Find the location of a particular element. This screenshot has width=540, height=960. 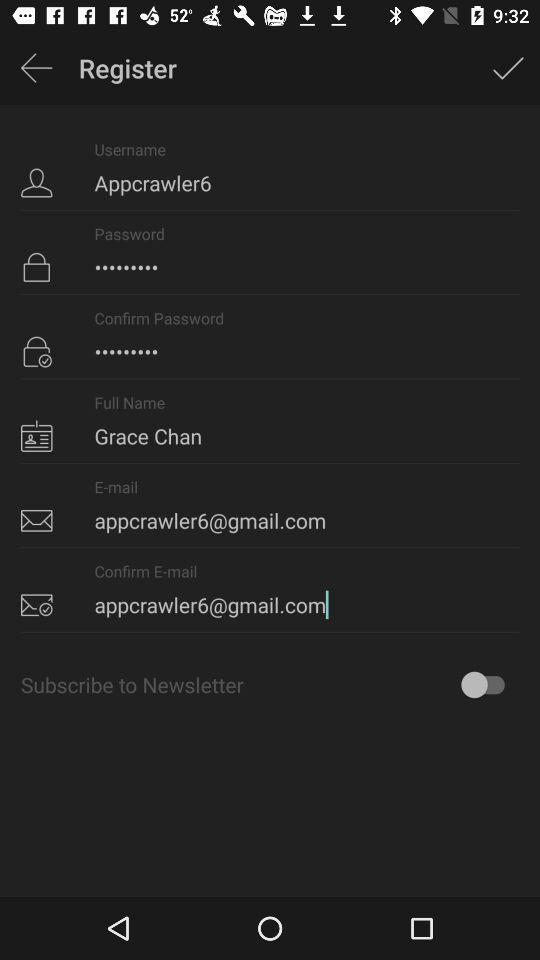

go back is located at coordinates (36, 68).